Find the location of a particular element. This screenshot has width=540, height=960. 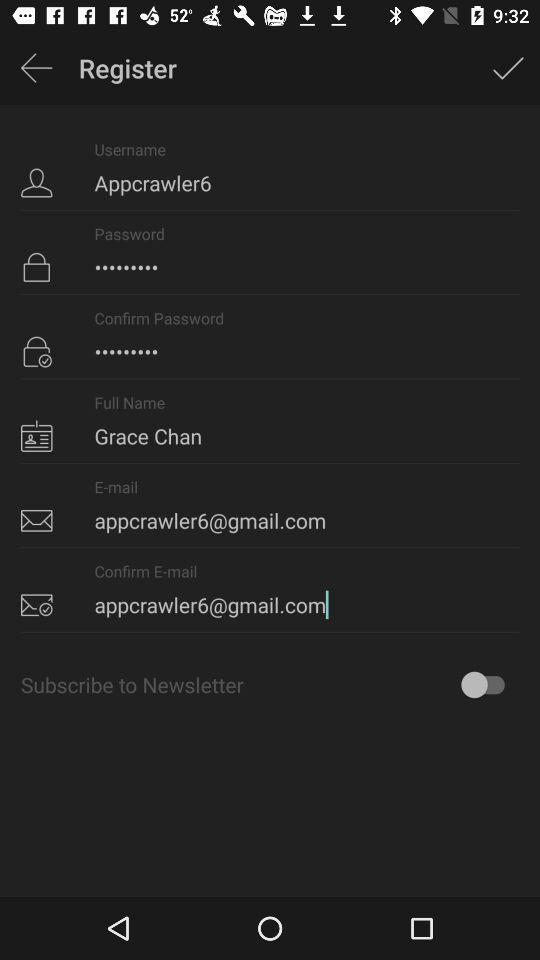

go back is located at coordinates (36, 68).